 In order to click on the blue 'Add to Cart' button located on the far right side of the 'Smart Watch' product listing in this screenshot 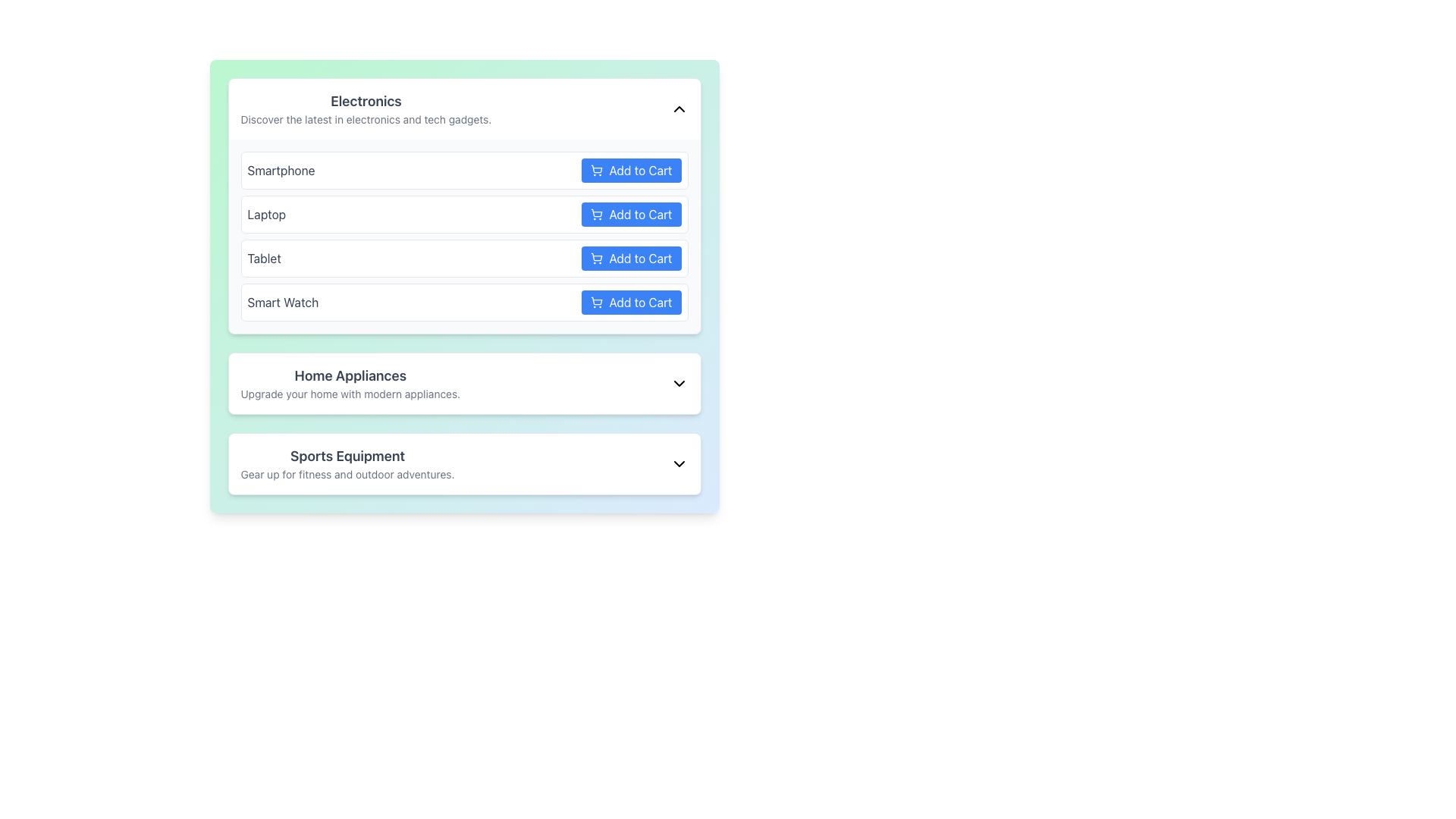, I will do `click(631, 302)`.